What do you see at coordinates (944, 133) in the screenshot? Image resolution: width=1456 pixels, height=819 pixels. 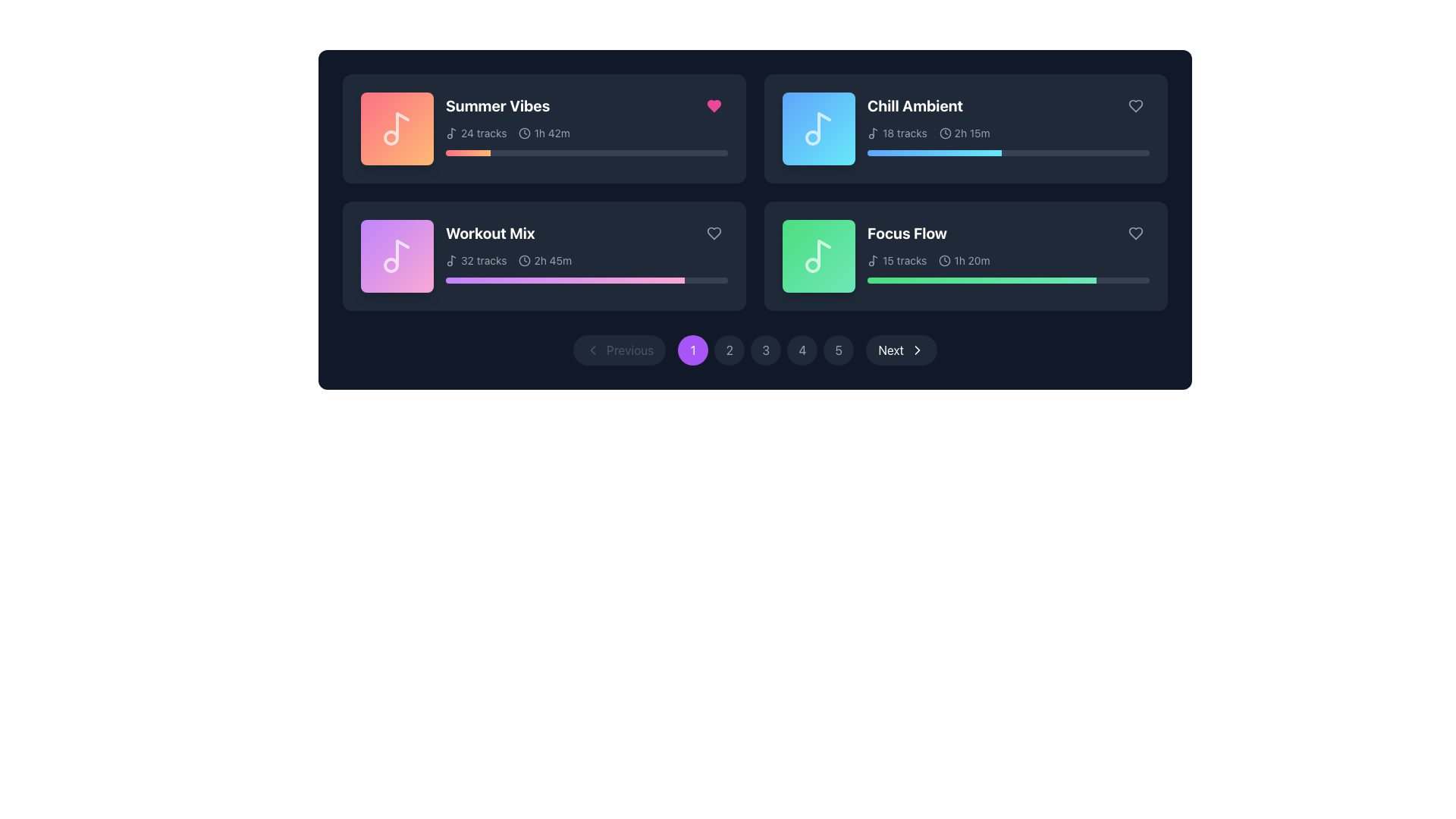 I see `the clock icon located within the 'Chill Ambient' card, which visually represents the duration time next to '2h 15m'` at bounding box center [944, 133].